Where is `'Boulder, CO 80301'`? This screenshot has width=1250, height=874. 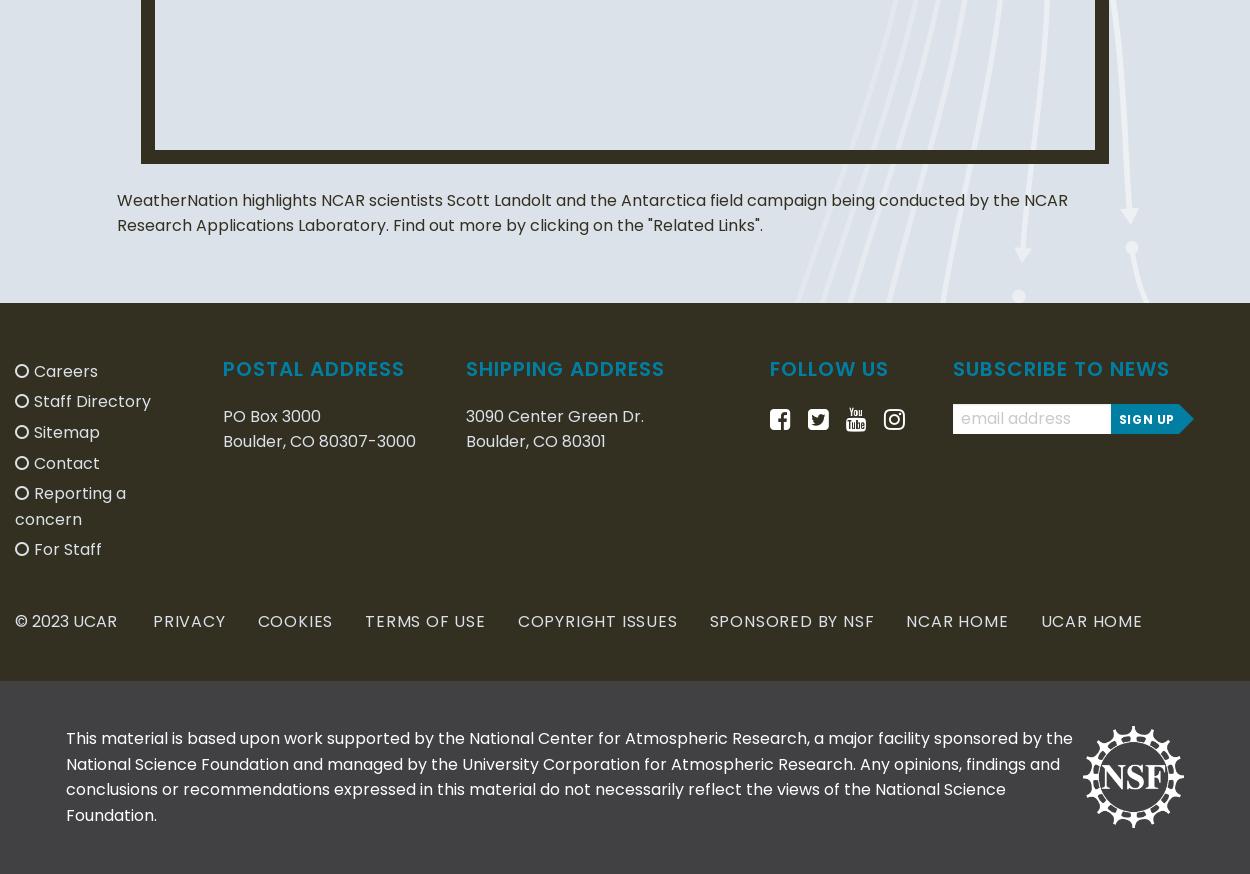 'Boulder, CO 80301' is located at coordinates (465, 440).